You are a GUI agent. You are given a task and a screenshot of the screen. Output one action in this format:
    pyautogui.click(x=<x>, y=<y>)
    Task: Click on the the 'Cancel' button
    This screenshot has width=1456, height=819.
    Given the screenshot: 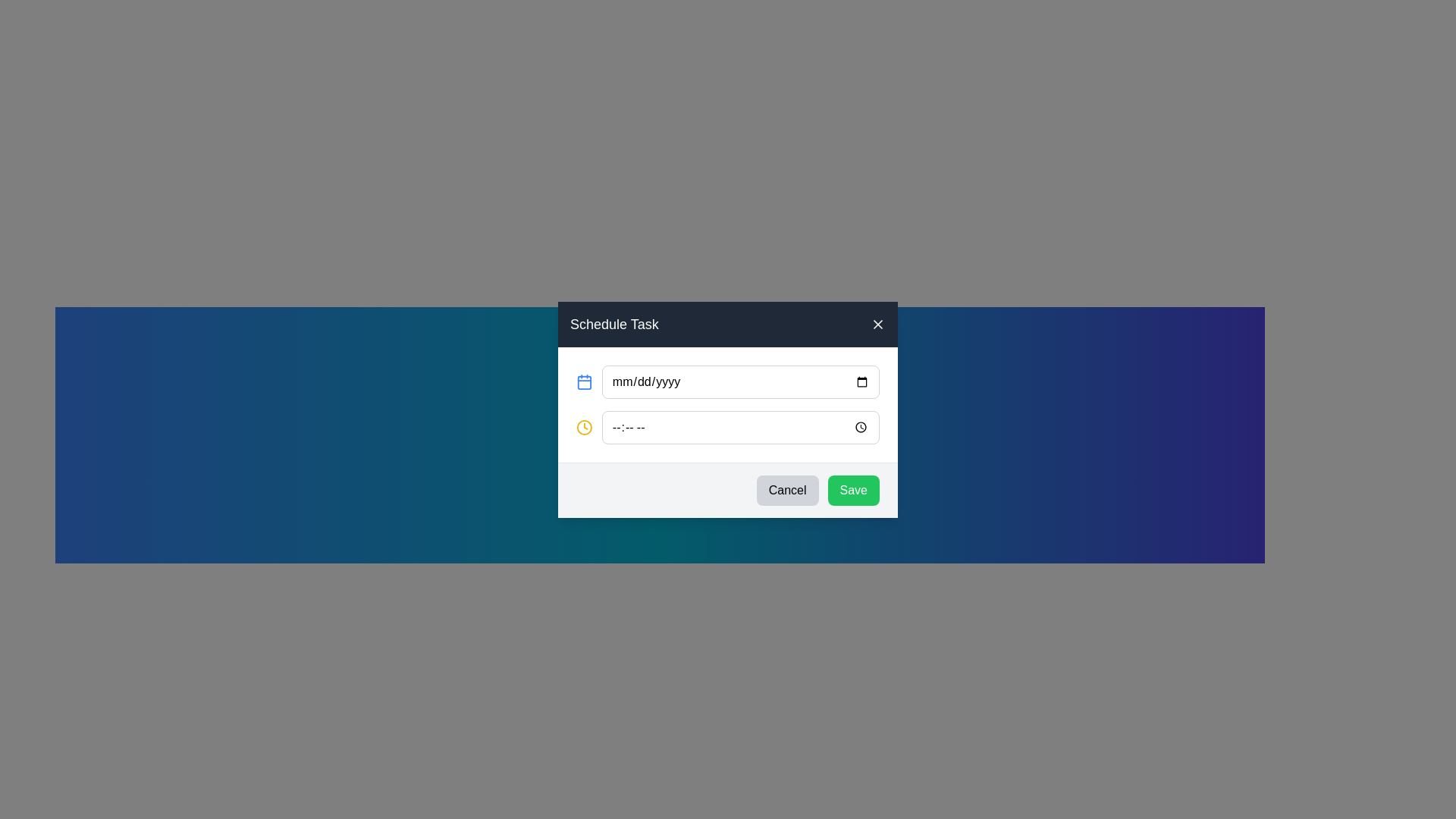 What is the action you would take?
    pyautogui.click(x=787, y=490)
    